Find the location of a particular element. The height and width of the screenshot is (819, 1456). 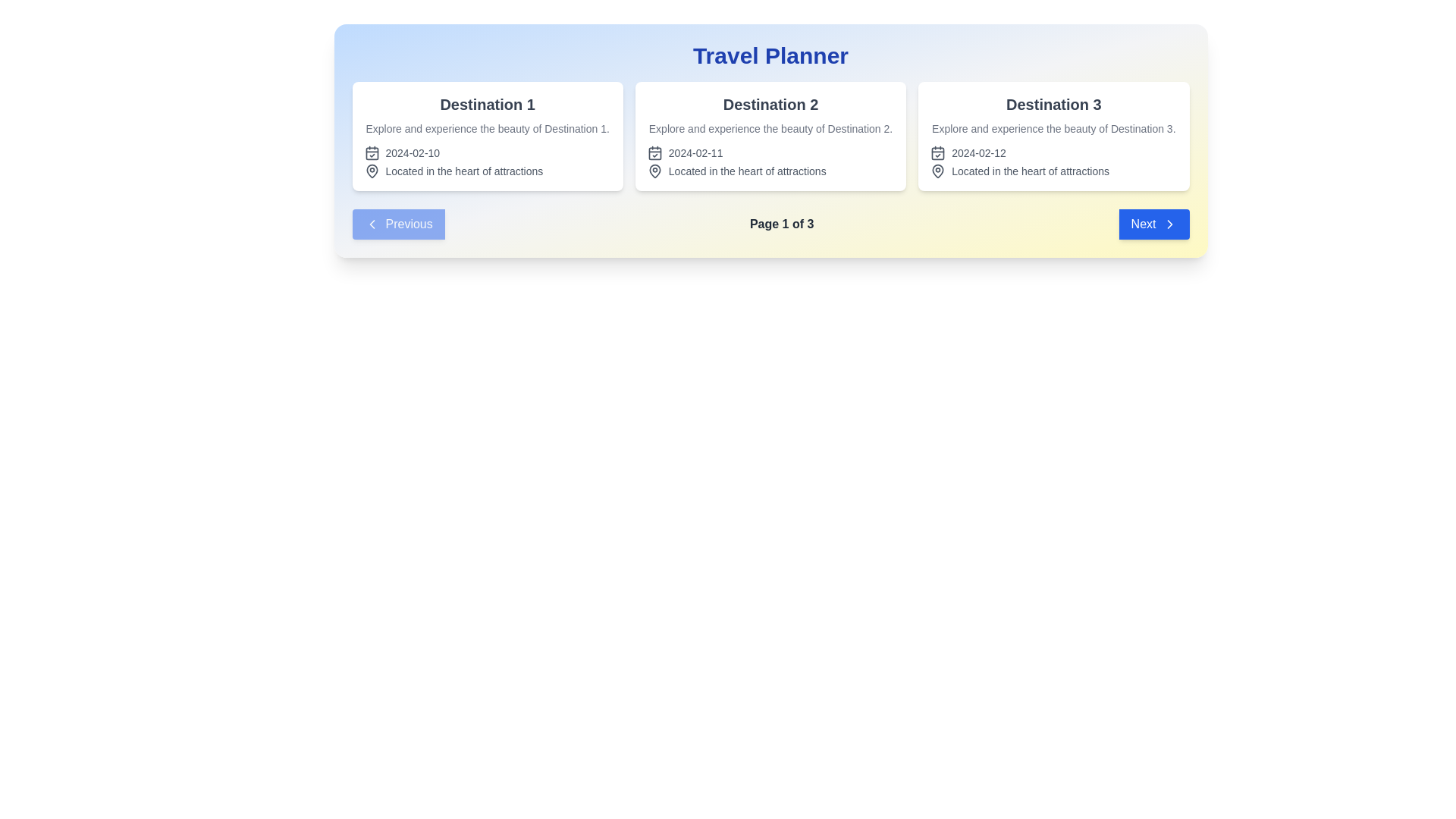

text displayed in the pagination section, which shows 'Page 1 of 3' in bold font, located centrally between the 'Previous' and 'Next' buttons is located at coordinates (770, 224).